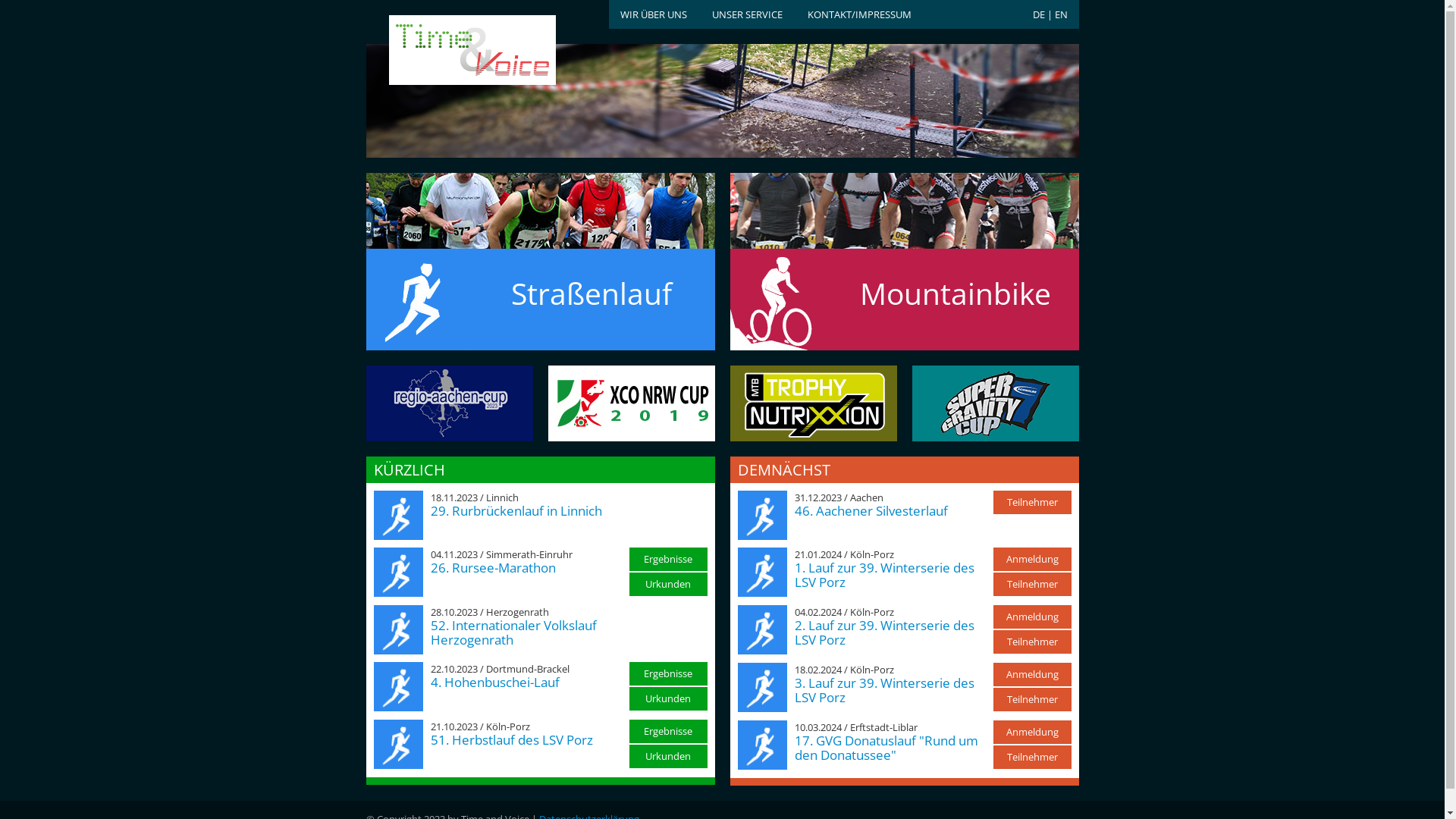 Image resolution: width=1456 pixels, height=819 pixels. I want to click on 'Time and Voice', so click(447, 49).